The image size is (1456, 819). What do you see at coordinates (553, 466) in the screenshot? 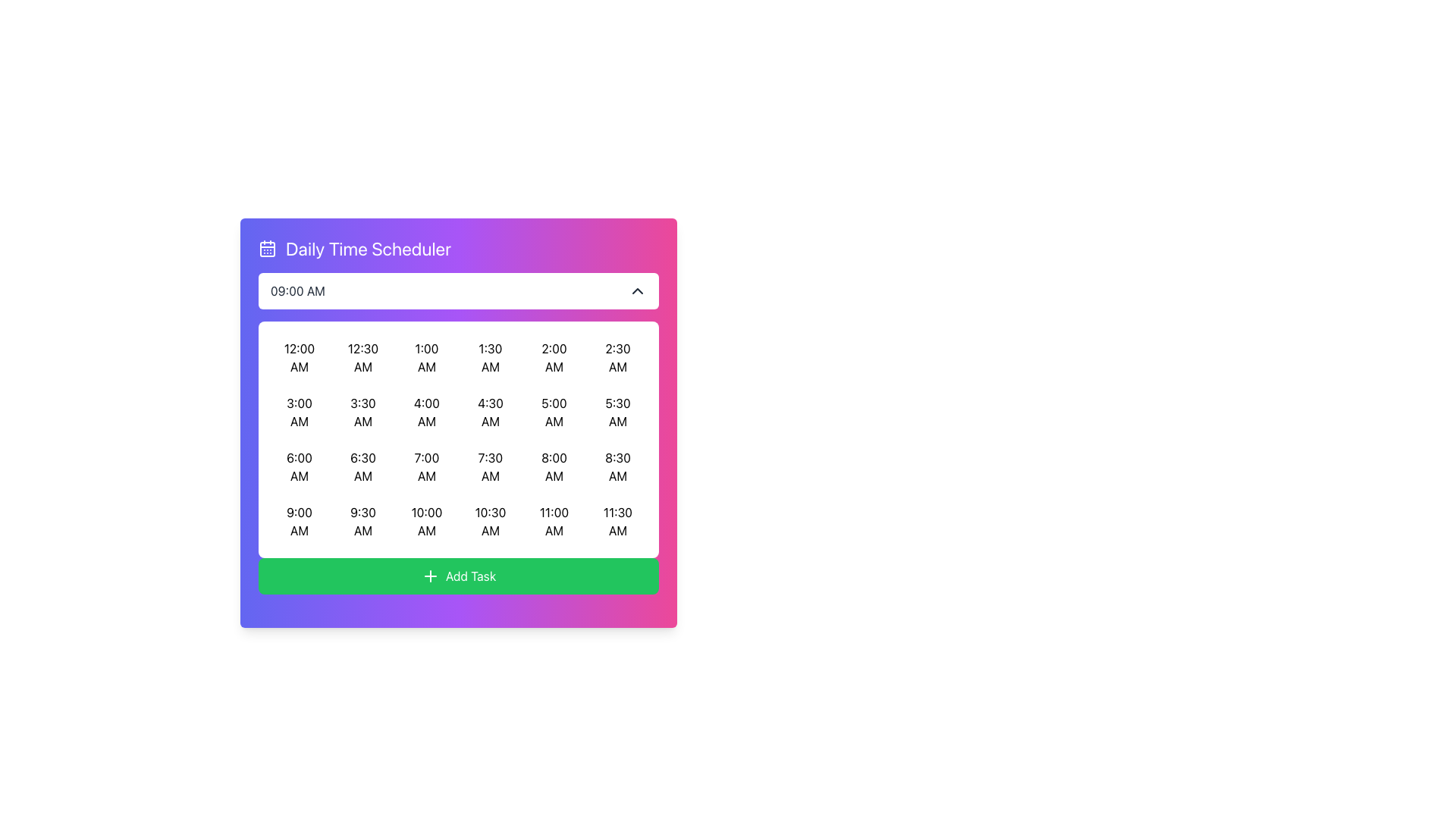
I see `the 18th cell in the scheduling grid` at bounding box center [553, 466].